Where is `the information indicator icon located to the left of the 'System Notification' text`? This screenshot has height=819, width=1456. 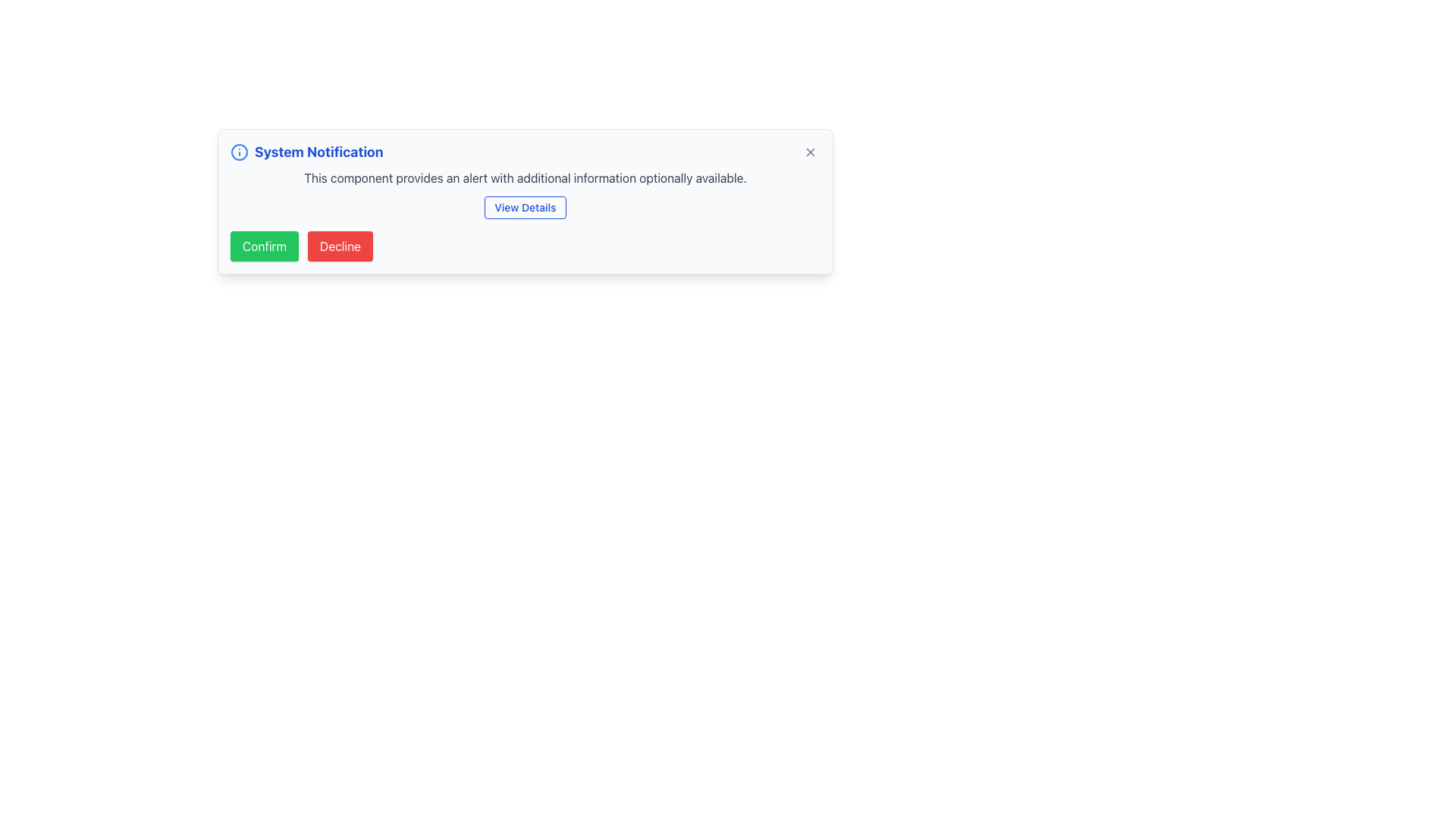
the information indicator icon located to the left of the 'System Notification' text is located at coordinates (239, 152).